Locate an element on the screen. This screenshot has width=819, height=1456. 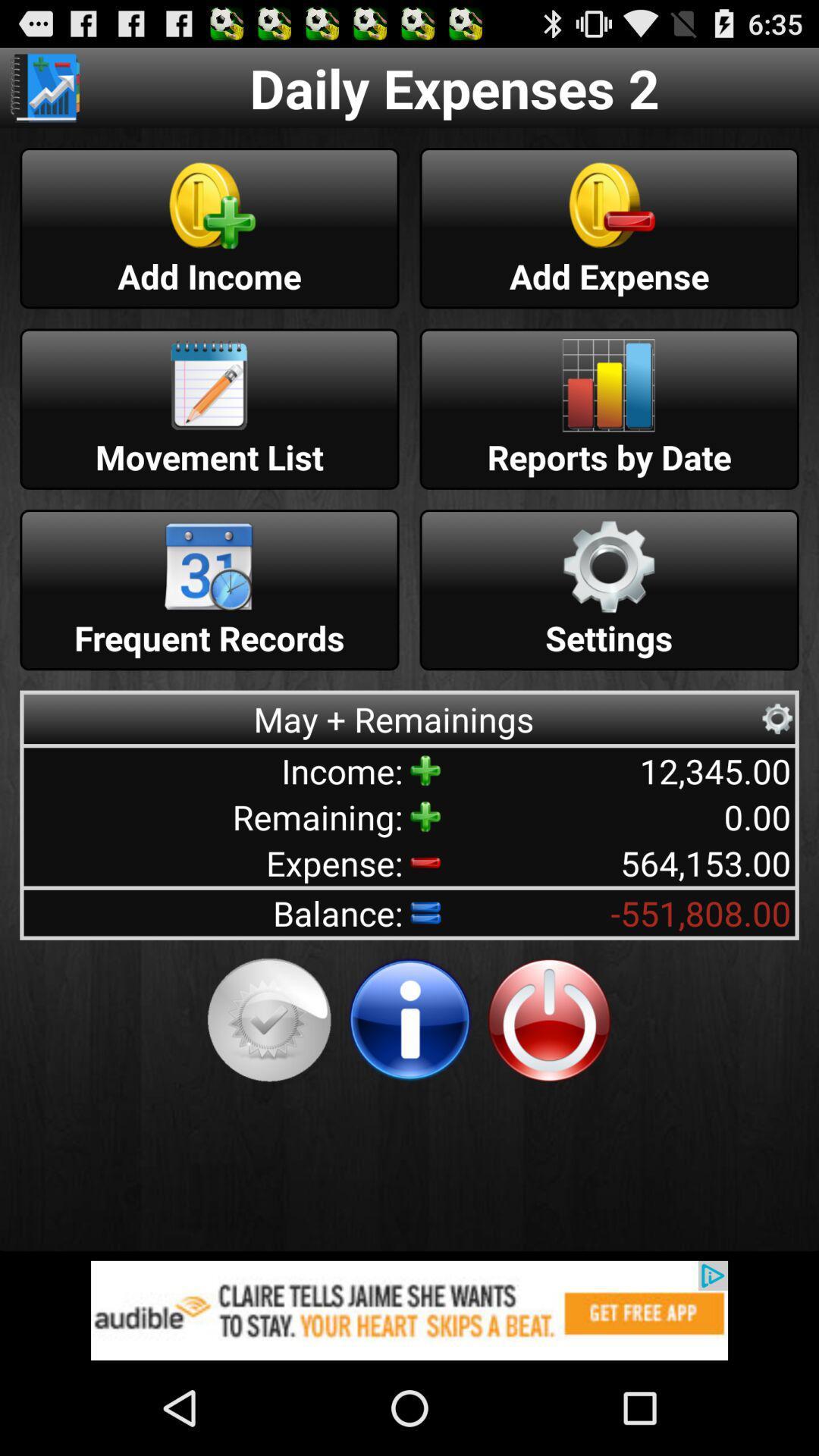
the check icon is located at coordinates (268, 1092).